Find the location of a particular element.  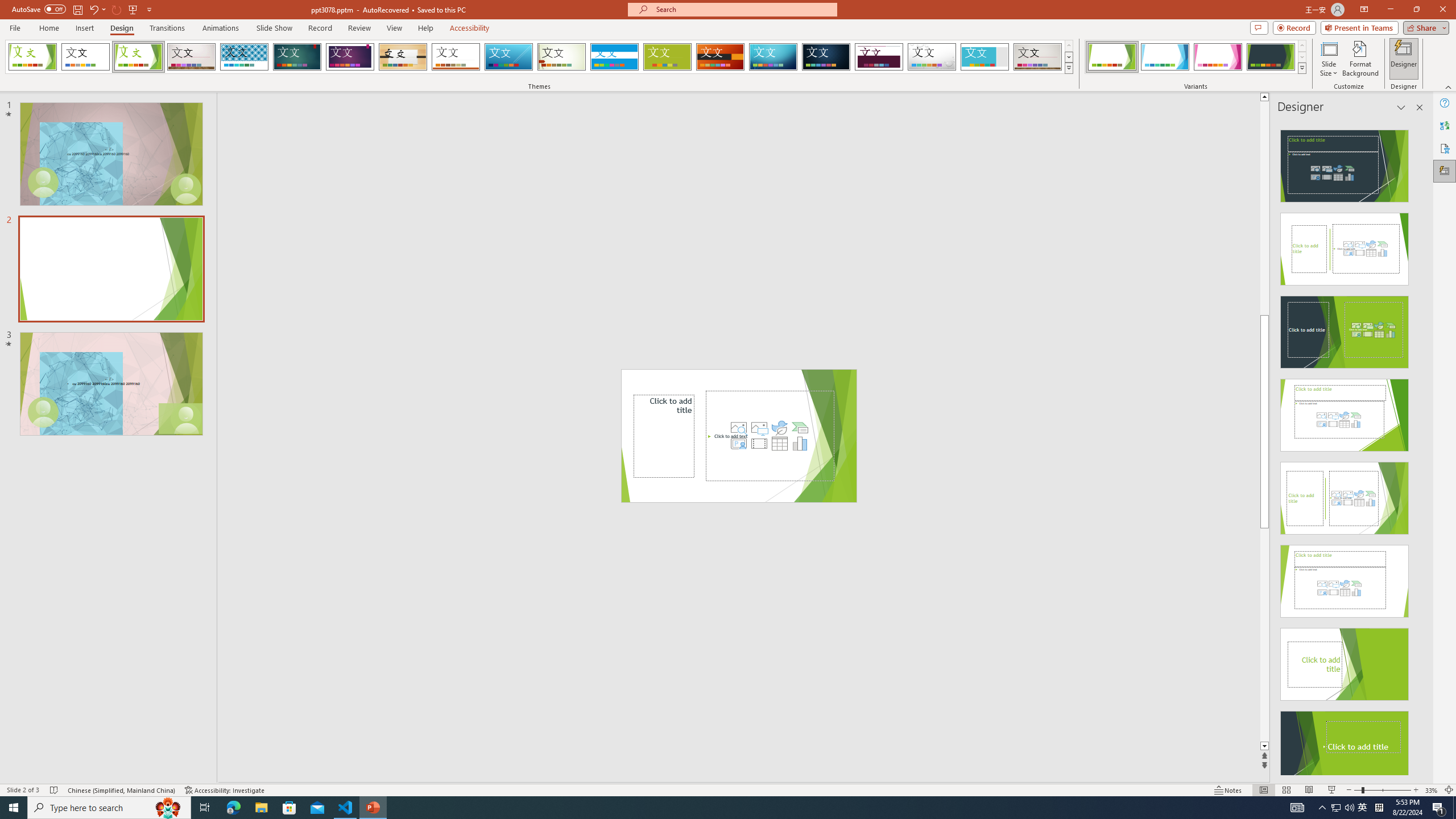

'Insert a SmartArt Graphic' is located at coordinates (800, 427).